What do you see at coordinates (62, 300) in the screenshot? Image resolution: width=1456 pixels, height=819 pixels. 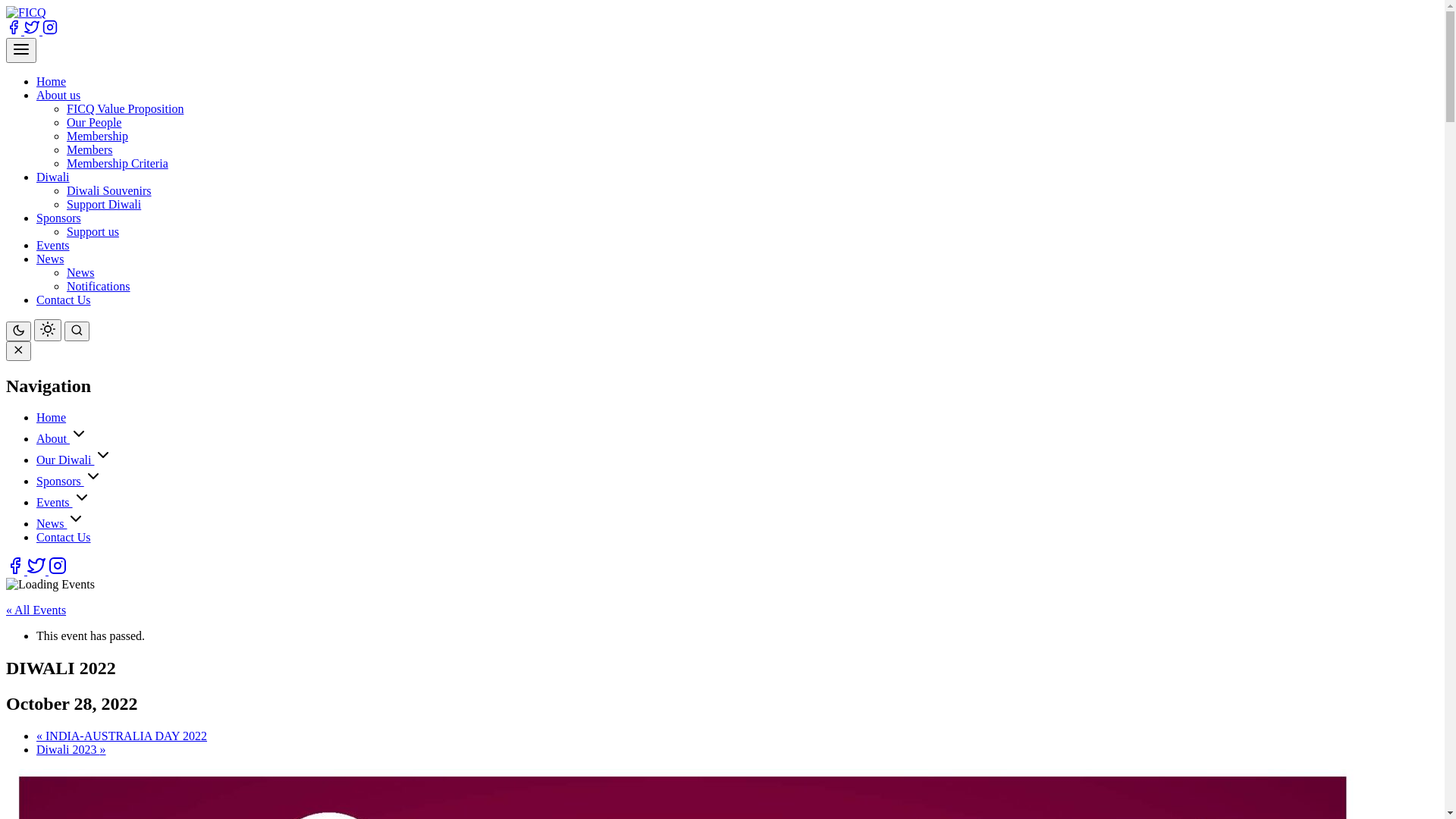 I see `'Contact Us'` at bounding box center [62, 300].